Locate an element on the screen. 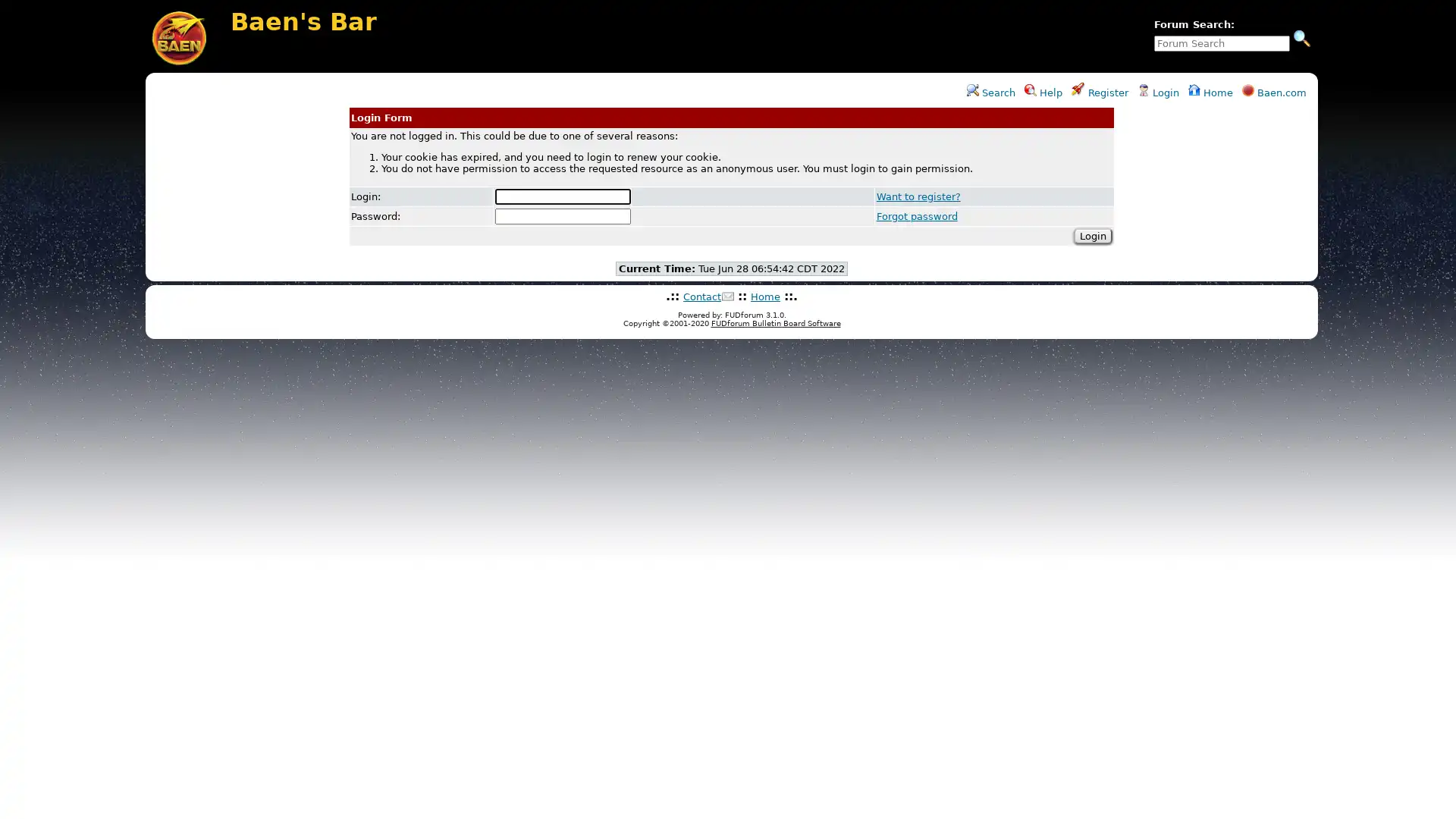 This screenshot has height=819, width=1456. Search is located at coordinates (1301, 37).